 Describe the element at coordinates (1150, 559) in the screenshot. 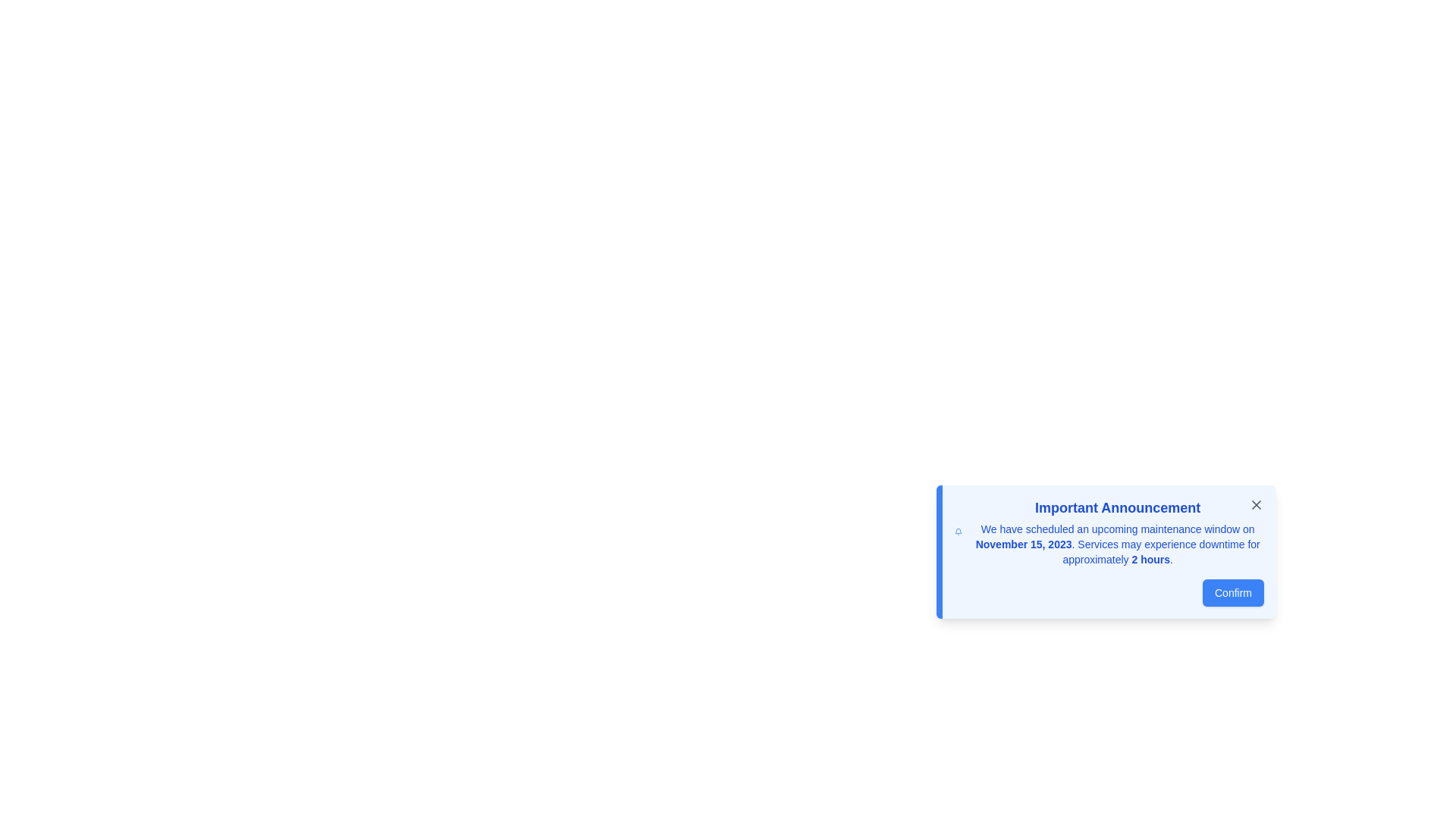

I see `the static text that informs users about the expected duration of the maintenance window, located in the lower right portion of the announcement card after the phrase 'approximately'` at that location.